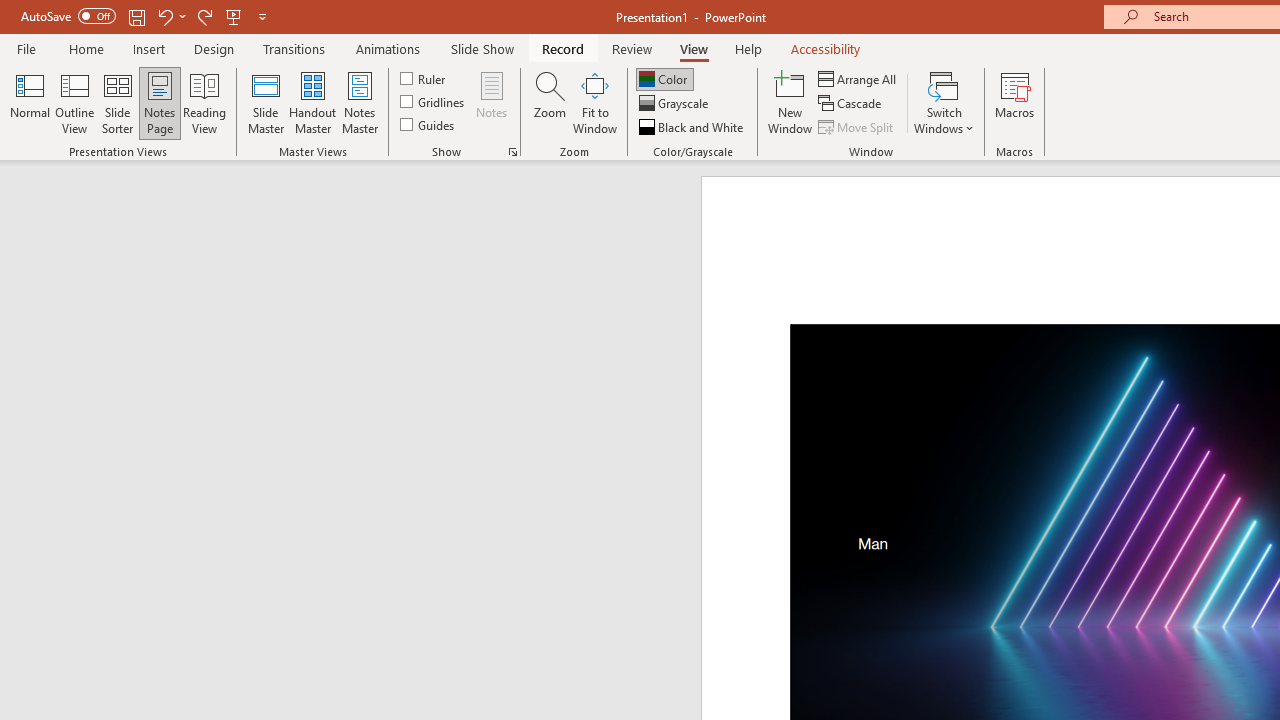  I want to click on 'Notes Page', so click(160, 103).